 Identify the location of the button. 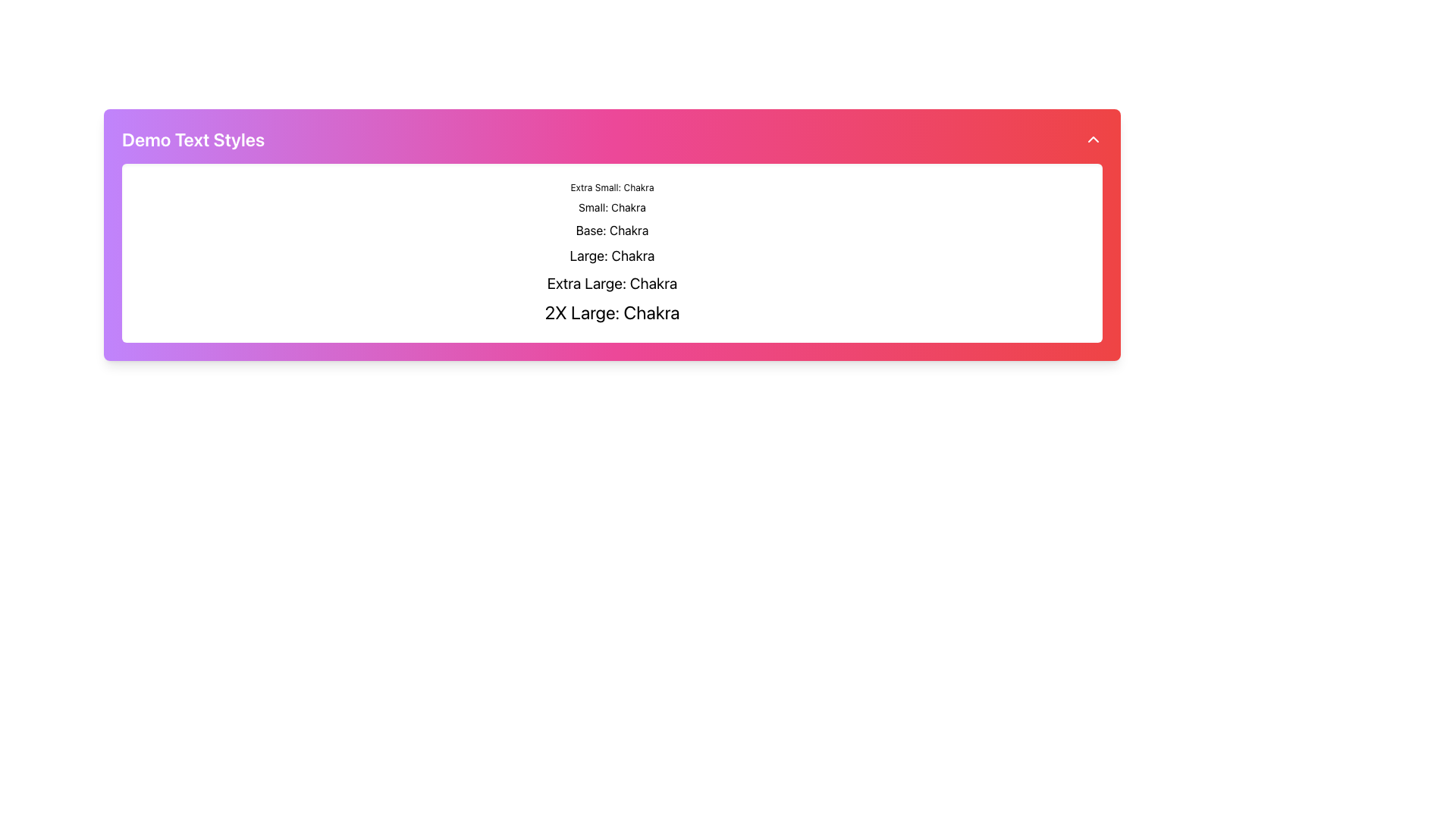
(1093, 140).